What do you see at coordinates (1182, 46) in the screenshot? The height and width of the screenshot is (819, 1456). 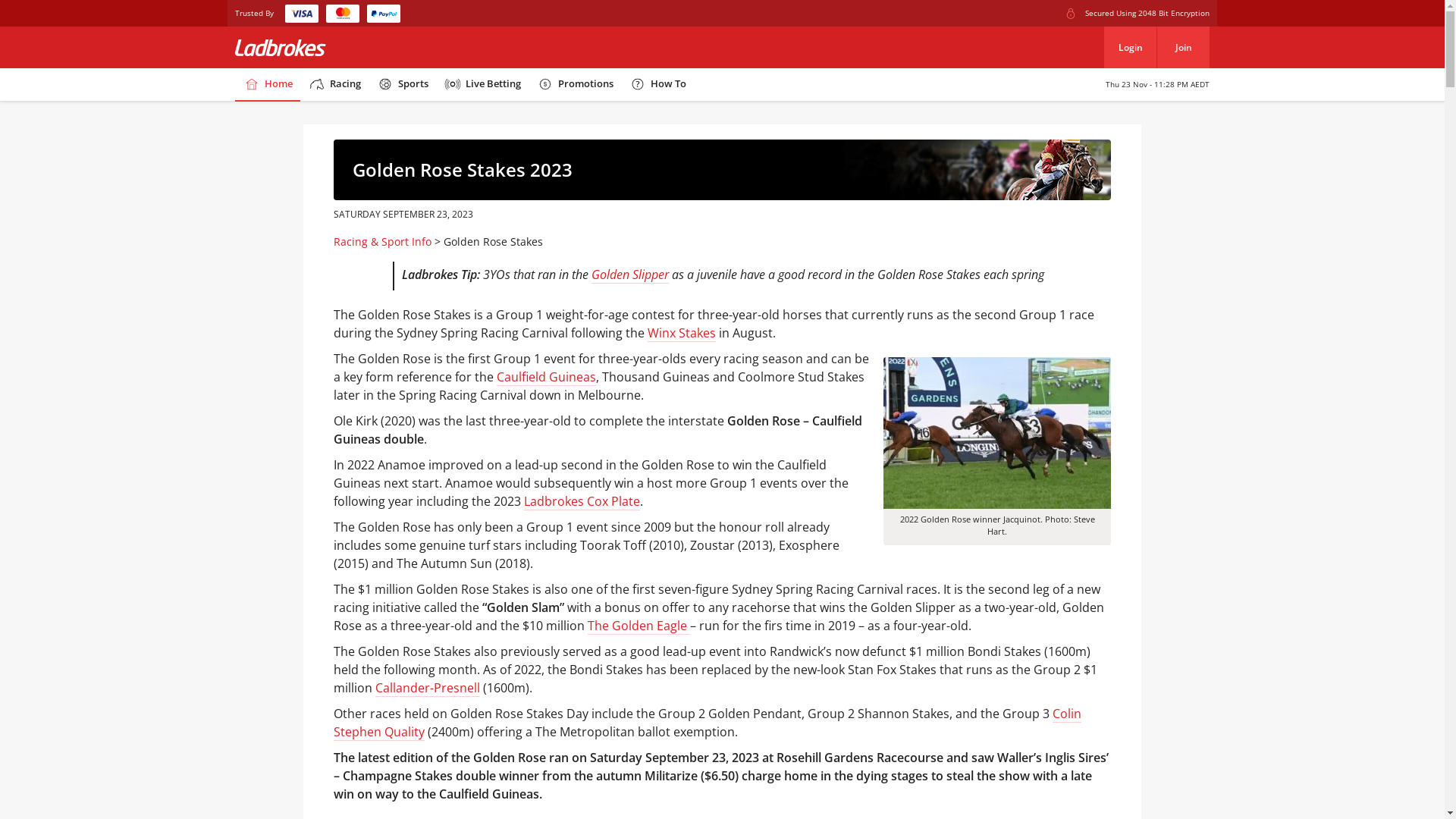 I see `'Join'` at bounding box center [1182, 46].